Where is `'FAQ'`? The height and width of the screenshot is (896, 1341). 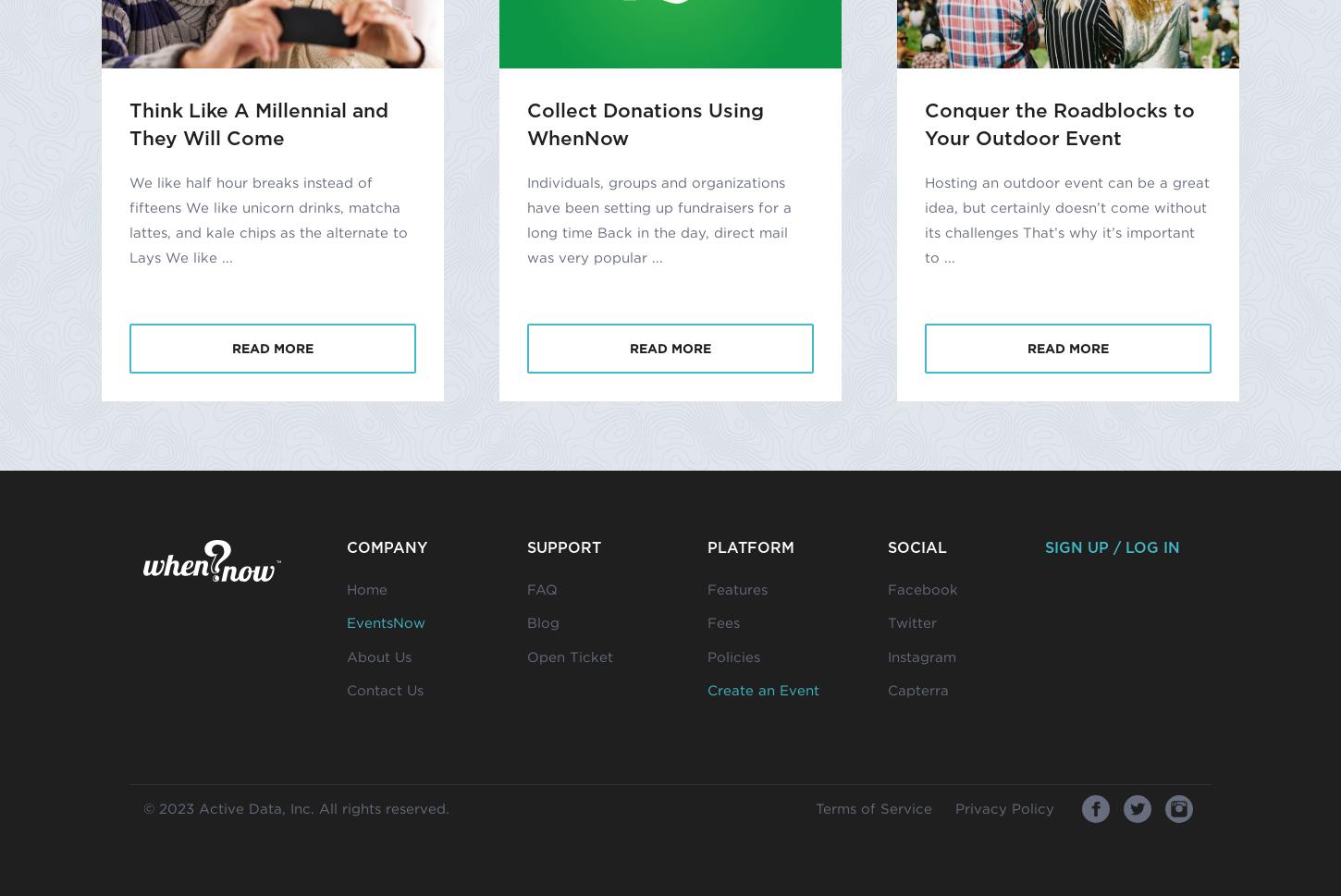
'FAQ' is located at coordinates (542, 587).